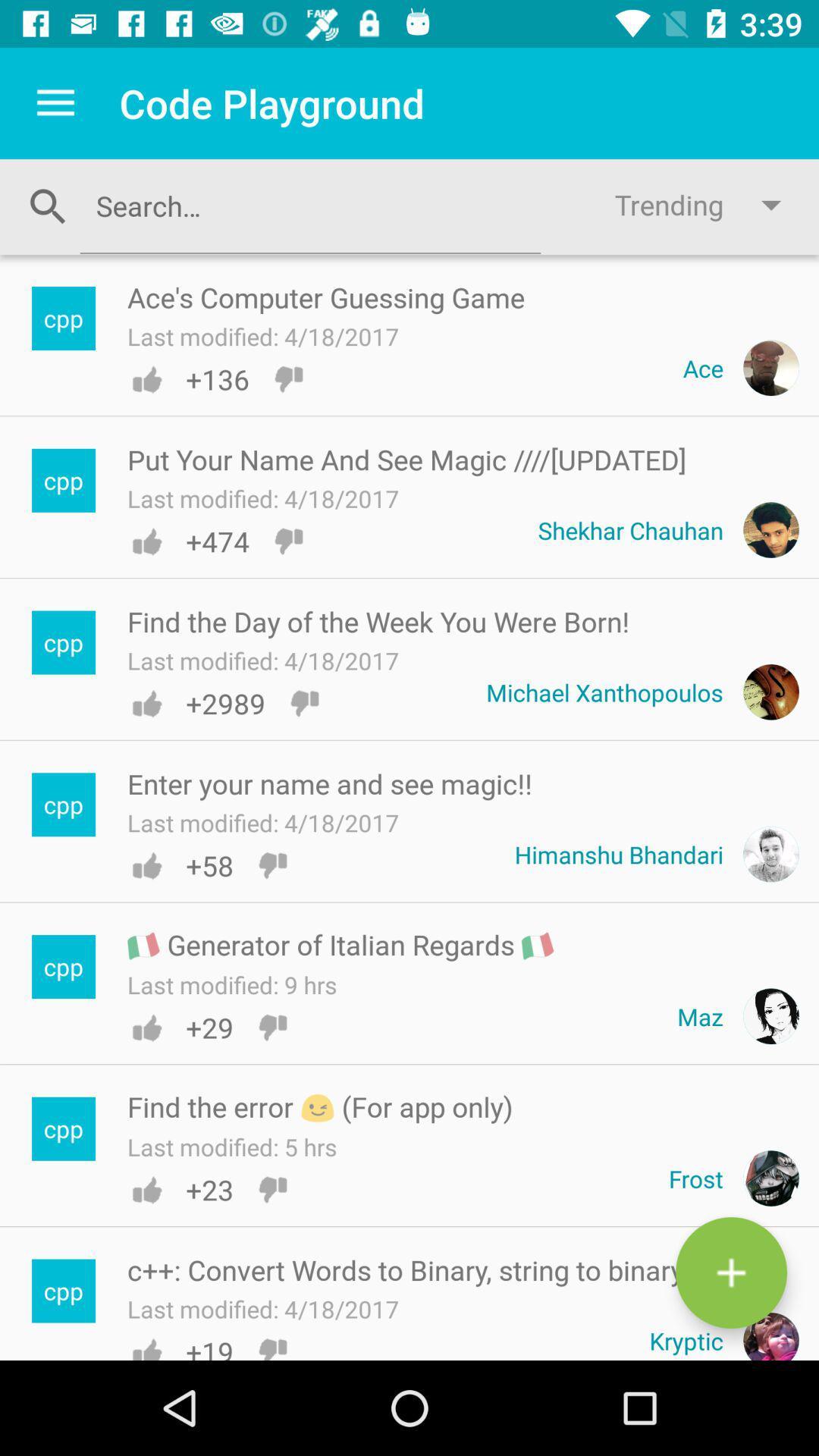 Image resolution: width=819 pixels, height=1456 pixels. What do you see at coordinates (309, 205) in the screenshot?
I see `area to input search terms` at bounding box center [309, 205].